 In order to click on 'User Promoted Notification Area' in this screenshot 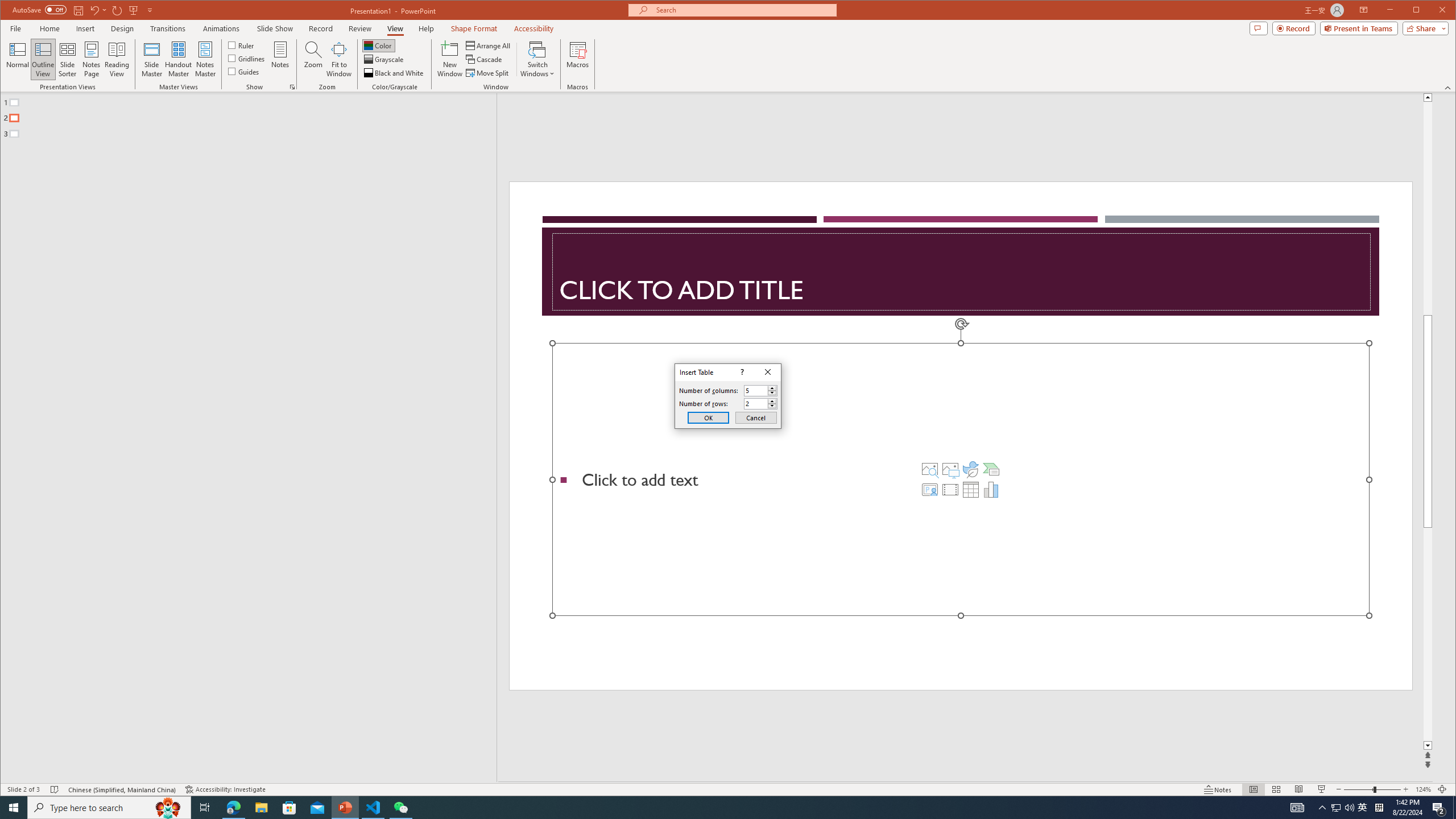, I will do `click(1342, 806)`.